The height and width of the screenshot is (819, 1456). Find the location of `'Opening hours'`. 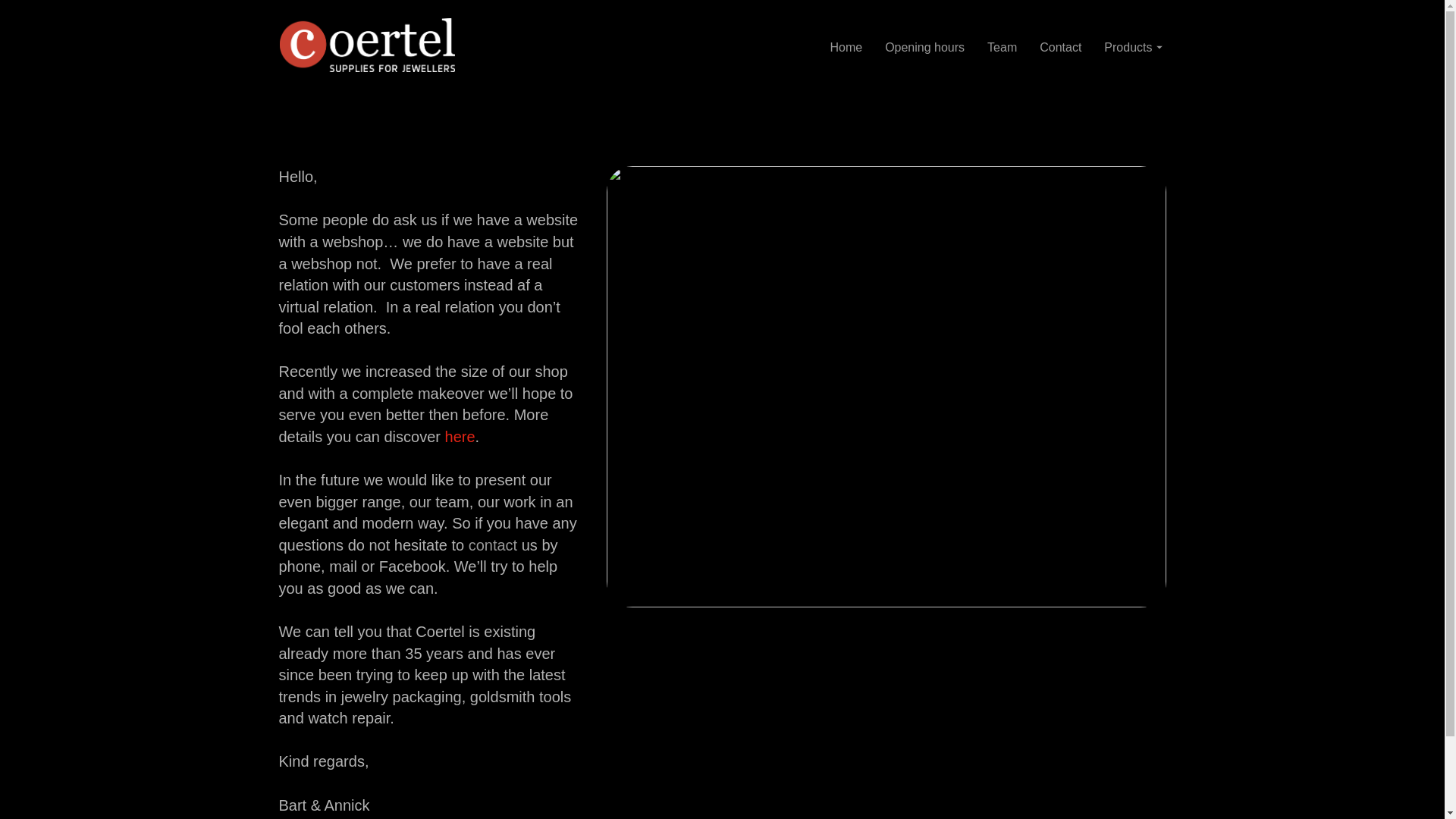

'Opening hours' is located at coordinates (924, 45).